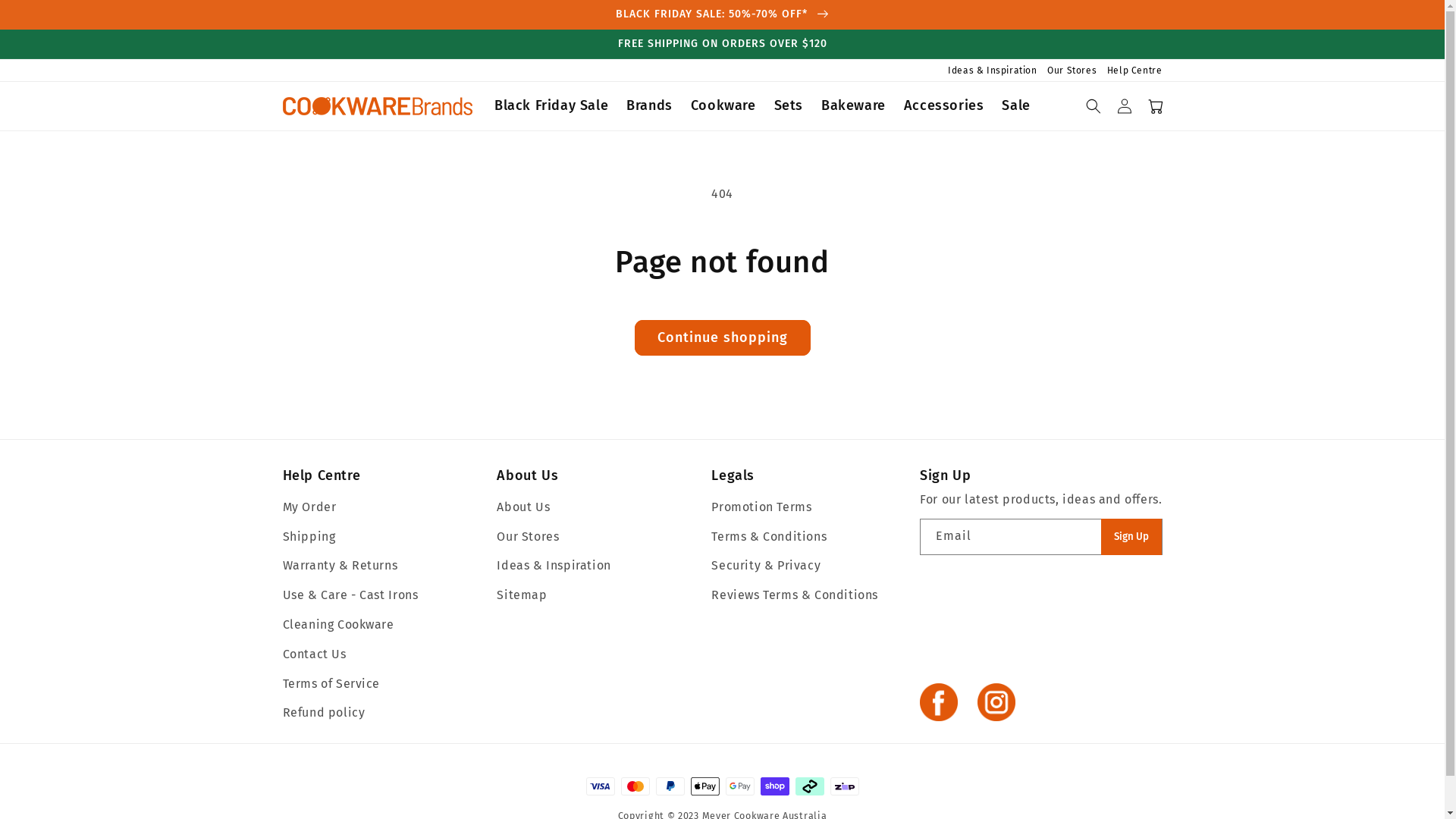 Image resolution: width=1456 pixels, height=819 pixels. What do you see at coordinates (1155, 105) in the screenshot?
I see `'Cart'` at bounding box center [1155, 105].